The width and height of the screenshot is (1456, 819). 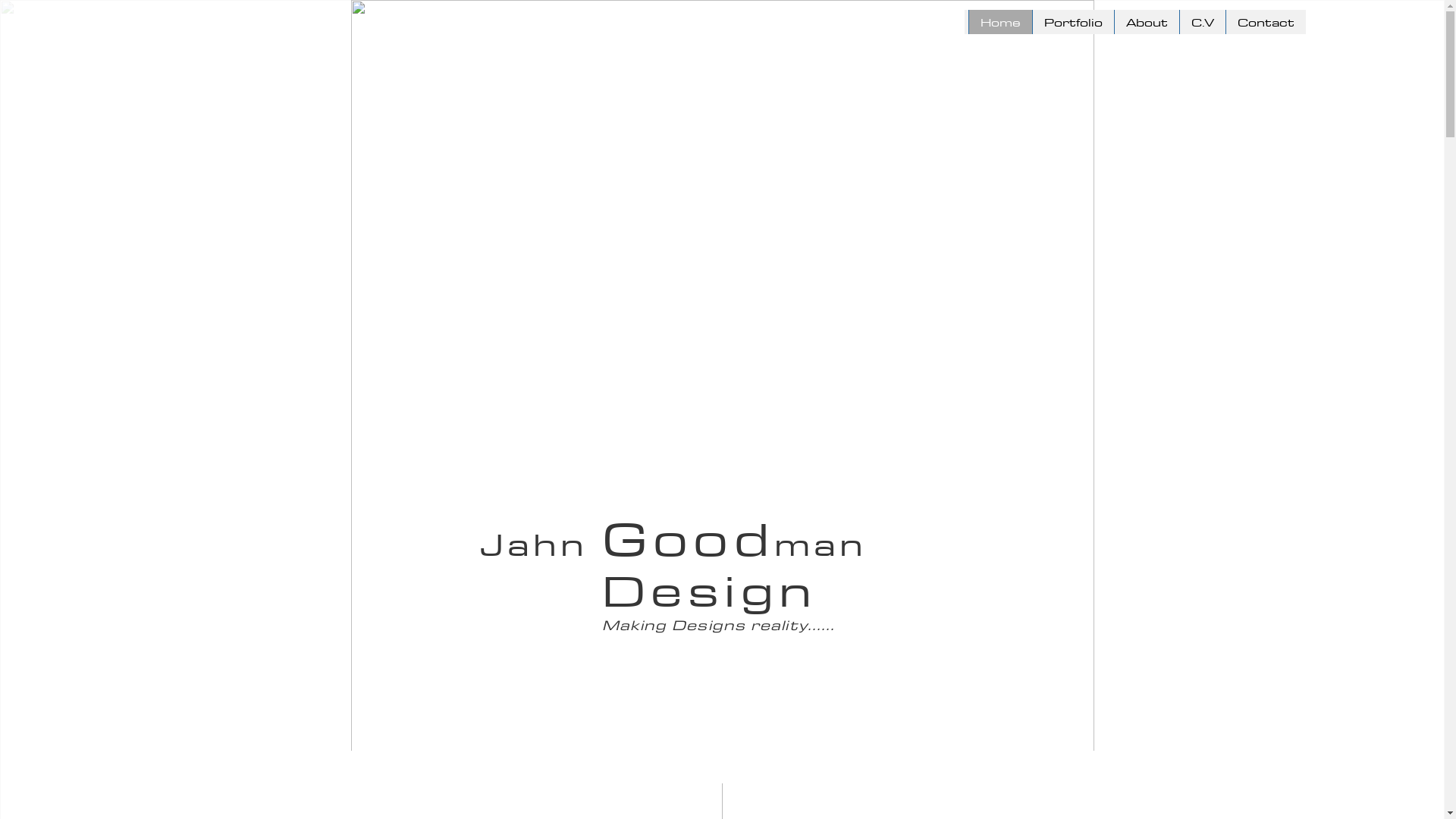 What do you see at coordinates (999, 22) in the screenshot?
I see `'Home'` at bounding box center [999, 22].